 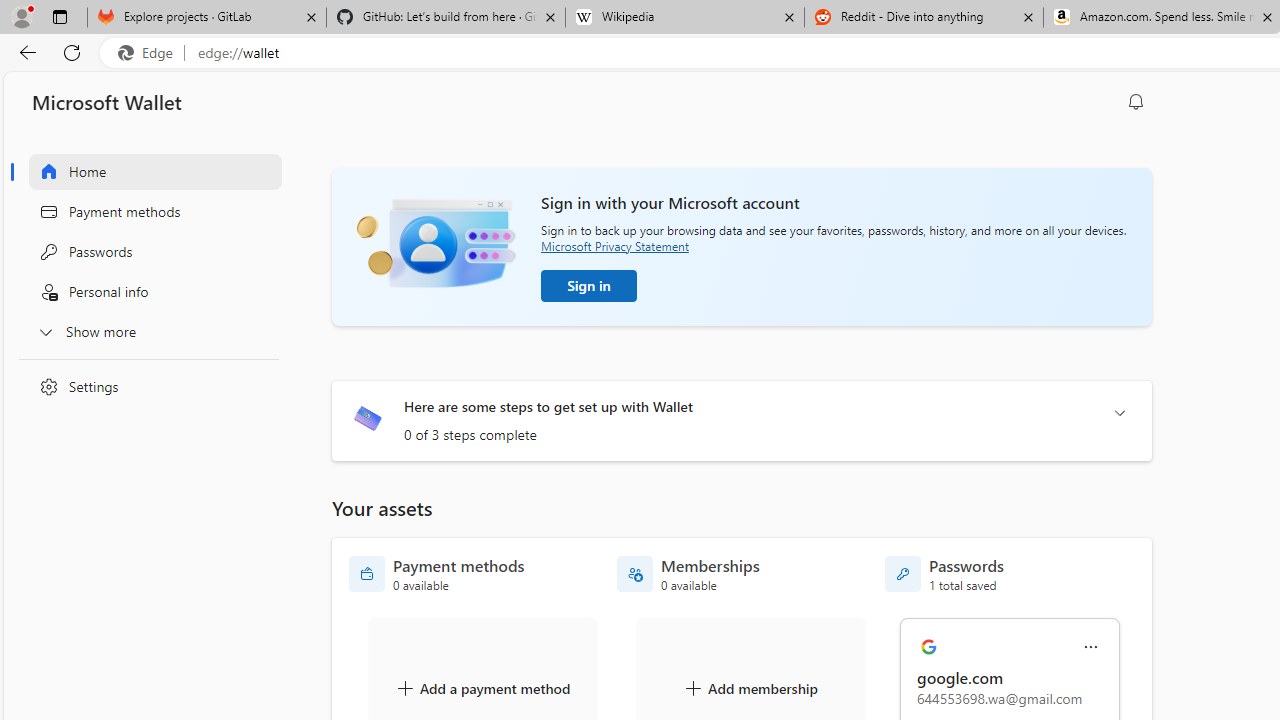 I want to click on 'Microsoft Privacy Statement', so click(x=614, y=245).